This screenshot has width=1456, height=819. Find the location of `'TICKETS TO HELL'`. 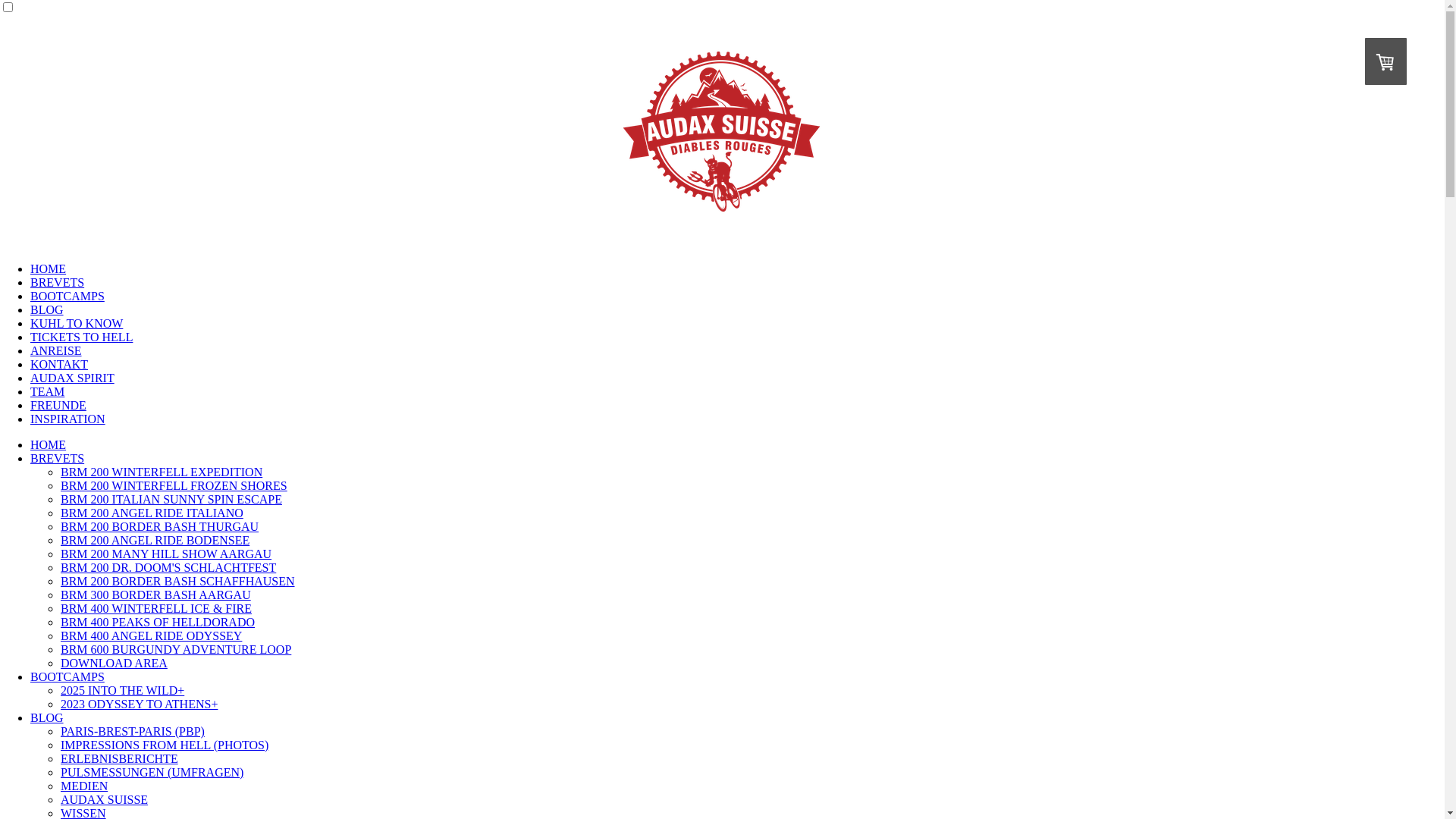

'TICKETS TO HELL' is located at coordinates (80, 336).